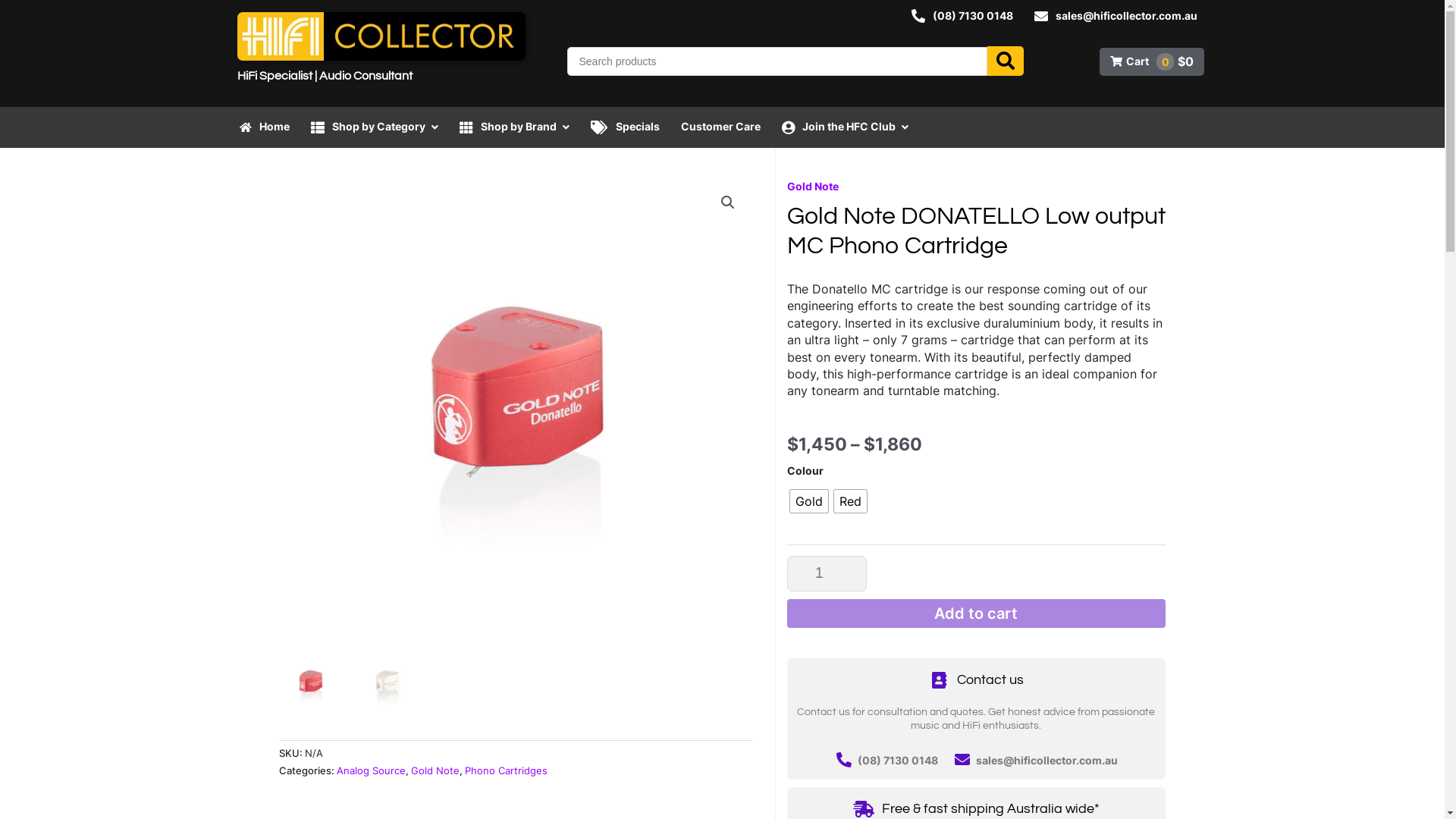 The height and width of the screenshot is (819, 1456). I want to click on 'Cart, so click(1151, 61).